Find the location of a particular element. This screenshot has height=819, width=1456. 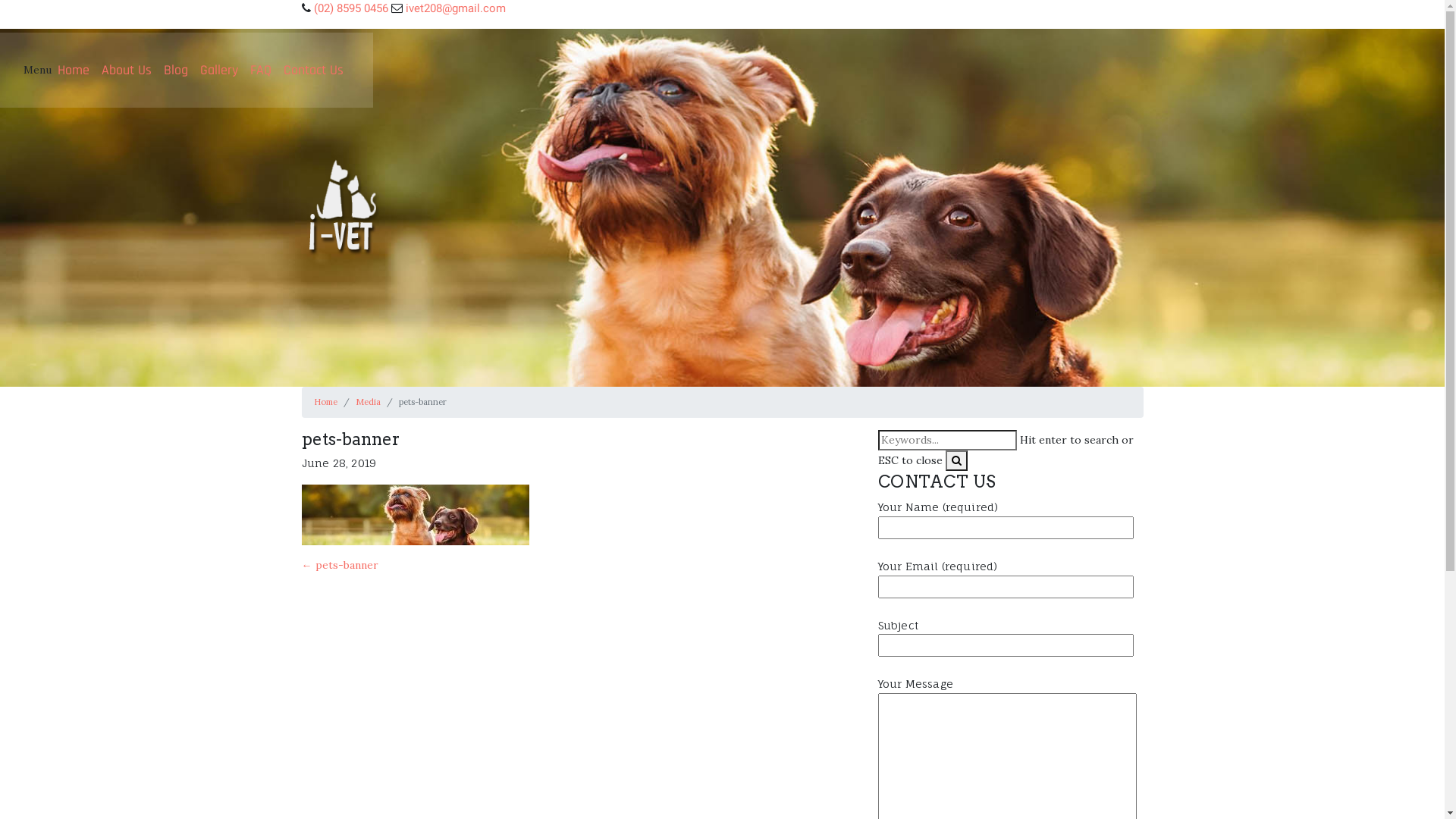

'Contact Us' is located at coordinates (312, 70).